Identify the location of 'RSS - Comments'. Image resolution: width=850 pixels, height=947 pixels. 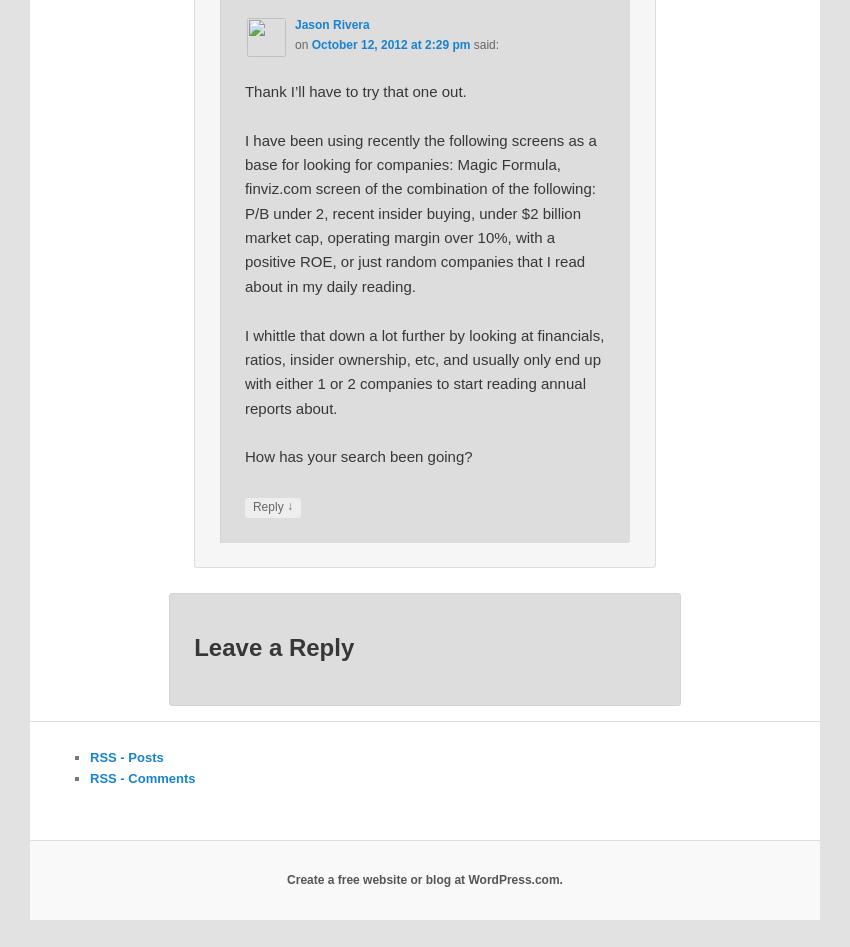
(89, 777).